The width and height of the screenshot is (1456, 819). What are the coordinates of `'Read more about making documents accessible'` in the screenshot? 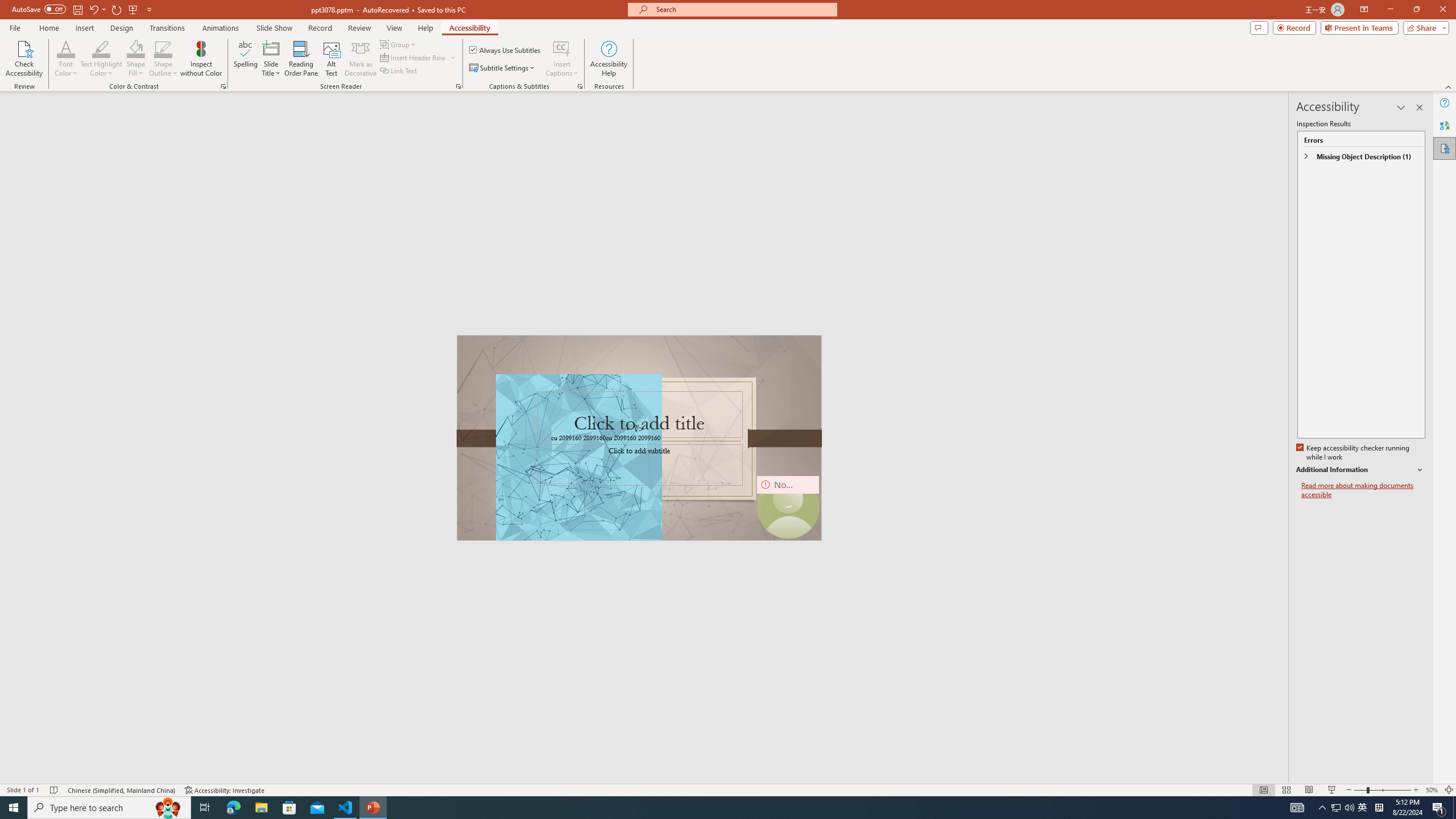 It's located at (1363, 490).